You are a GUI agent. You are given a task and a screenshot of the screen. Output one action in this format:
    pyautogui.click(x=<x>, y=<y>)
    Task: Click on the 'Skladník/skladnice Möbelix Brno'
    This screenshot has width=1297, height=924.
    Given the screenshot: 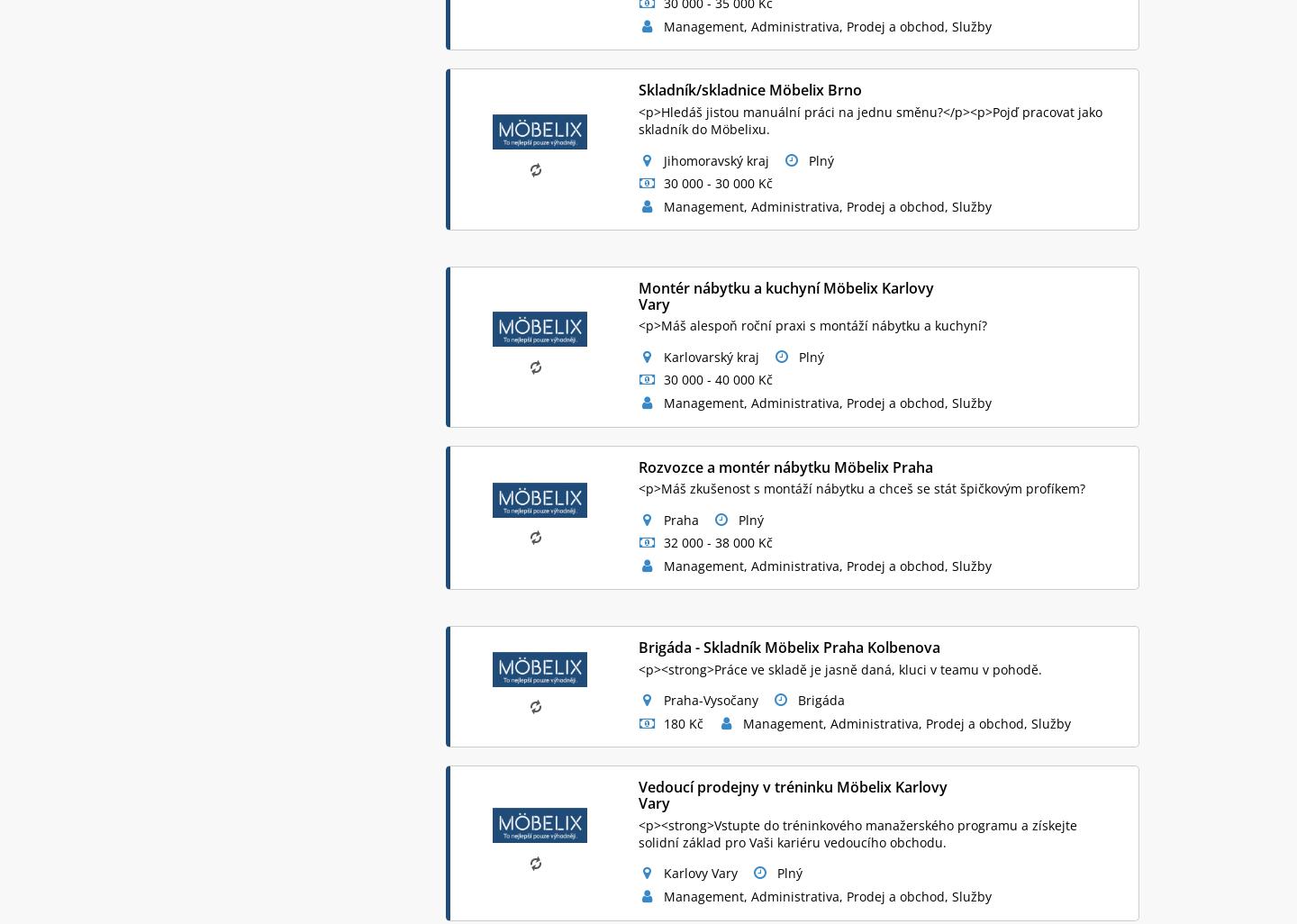 What is the action you would take?
    pyautogui.click(x=638, y=89)
    